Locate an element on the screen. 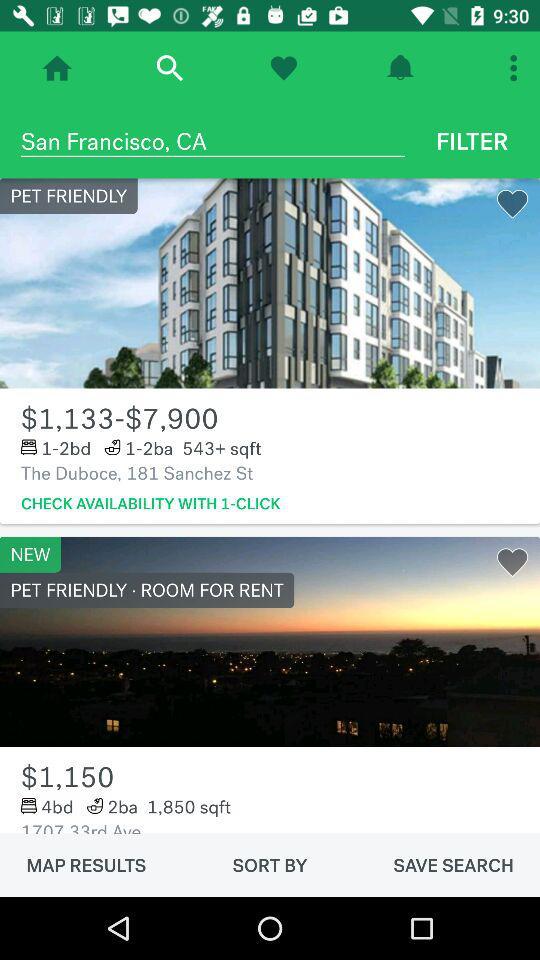 This screenshot has height=960, width=540. filter icon is located at coordinates (472, 140).